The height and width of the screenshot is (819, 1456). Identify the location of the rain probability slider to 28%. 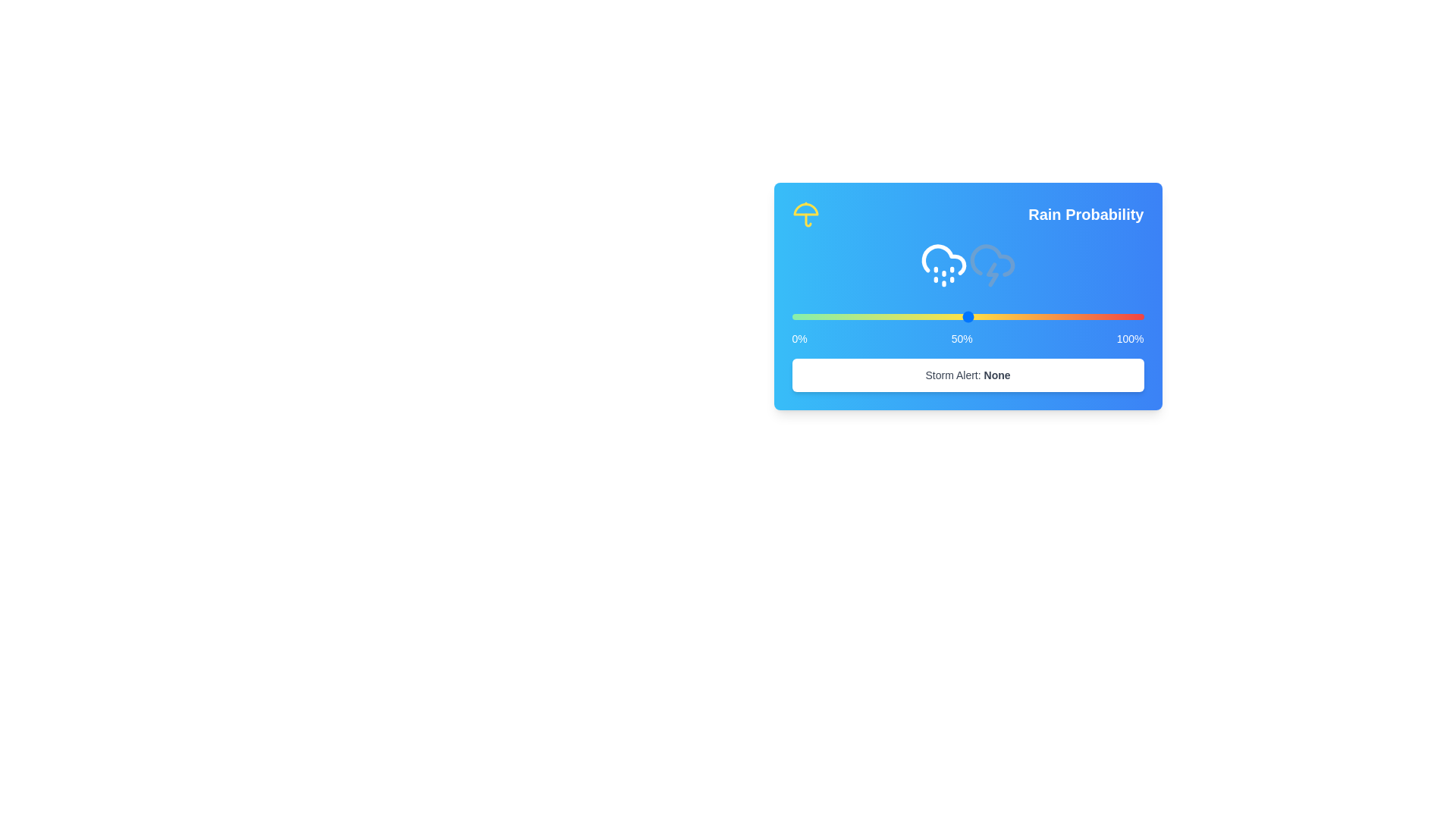
(890, 315).